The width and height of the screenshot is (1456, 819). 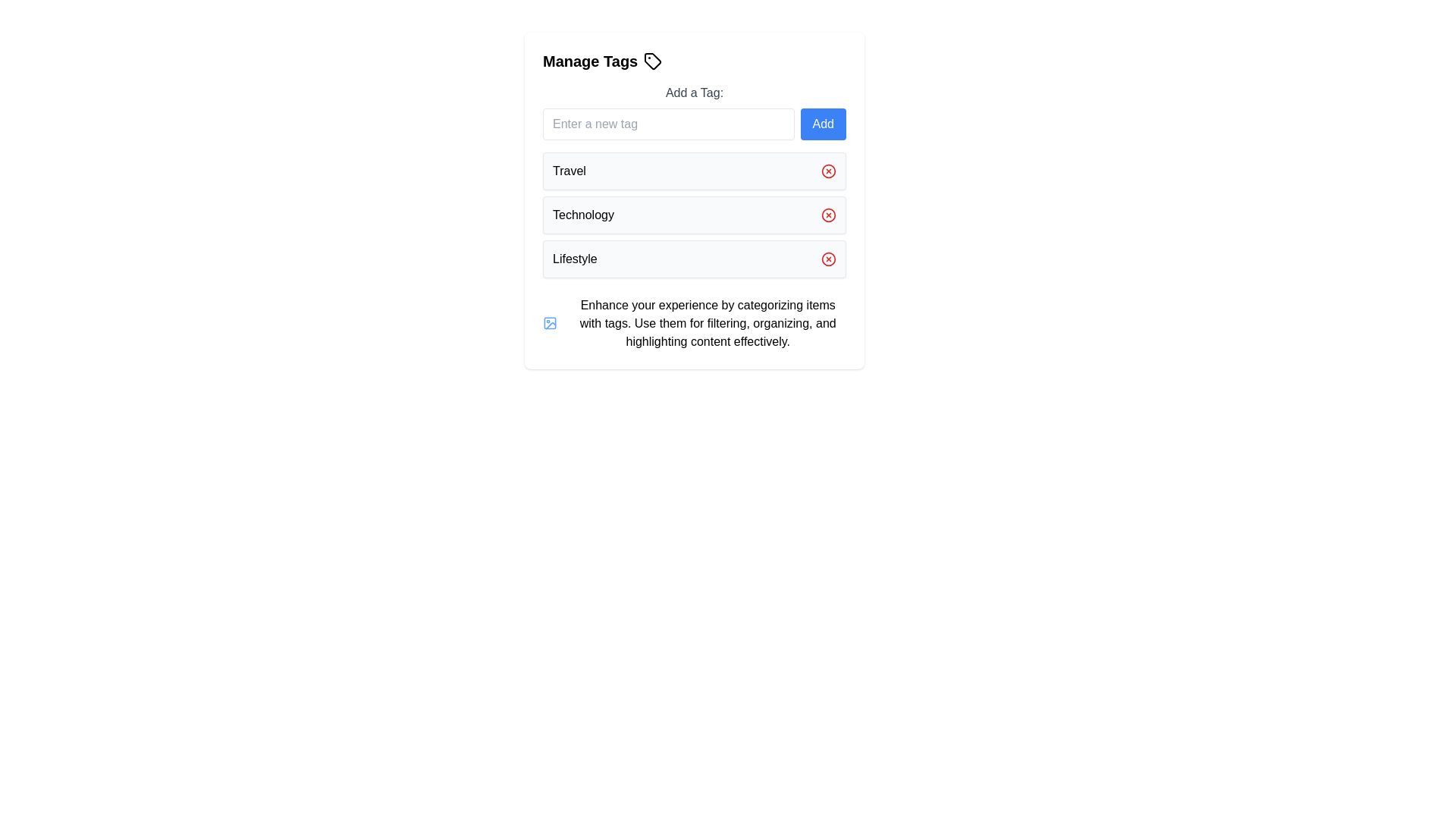 I want to click on the circular Icon button associated with the 'Travel' item, so click(x=828, y=171).